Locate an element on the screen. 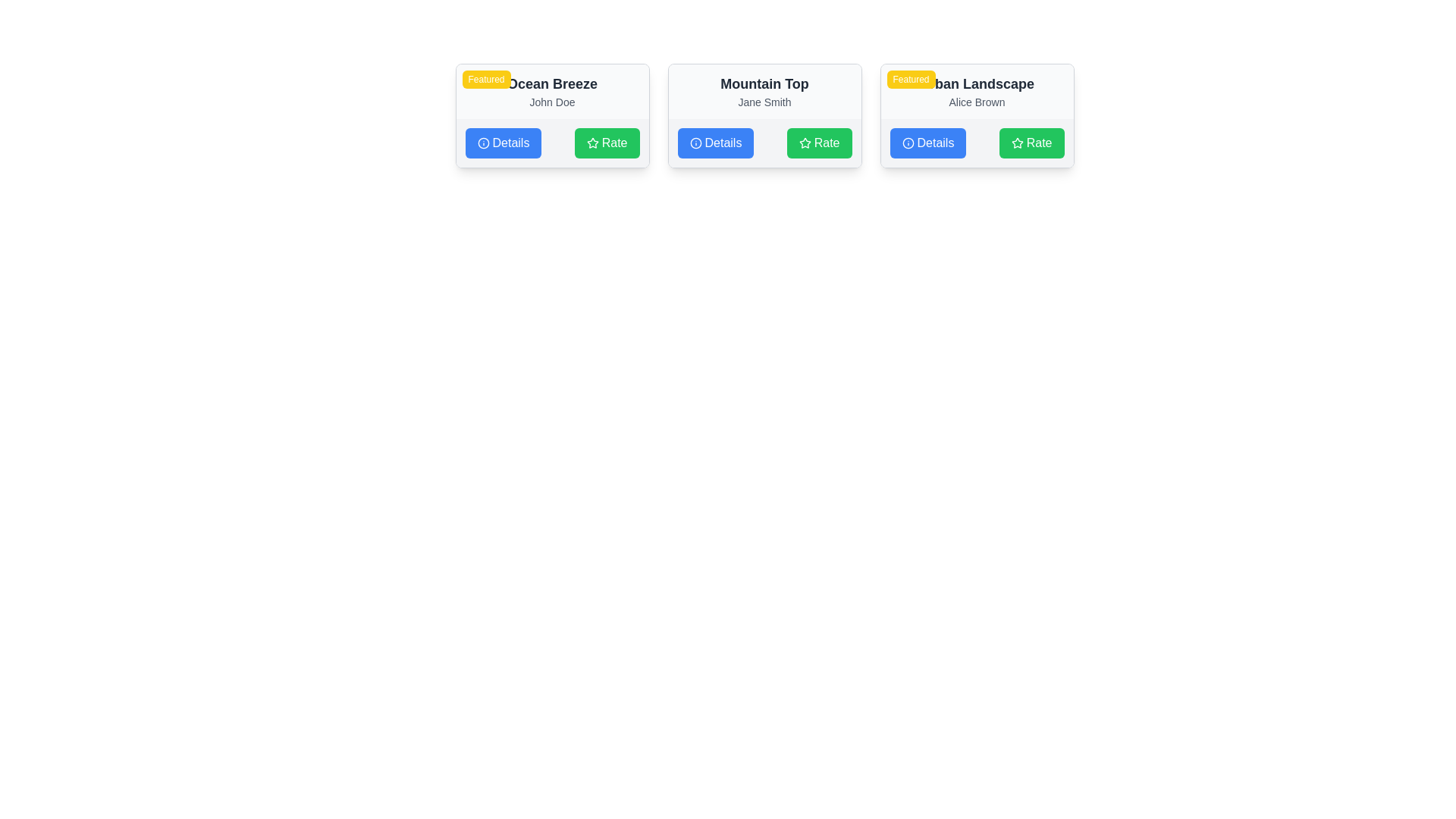 This screenshot has width=1456, height=819. the yellow 'Featured' badge label located at the top-left corner of the 'Ocean Breeze' card is located at coordinates (486, 79).